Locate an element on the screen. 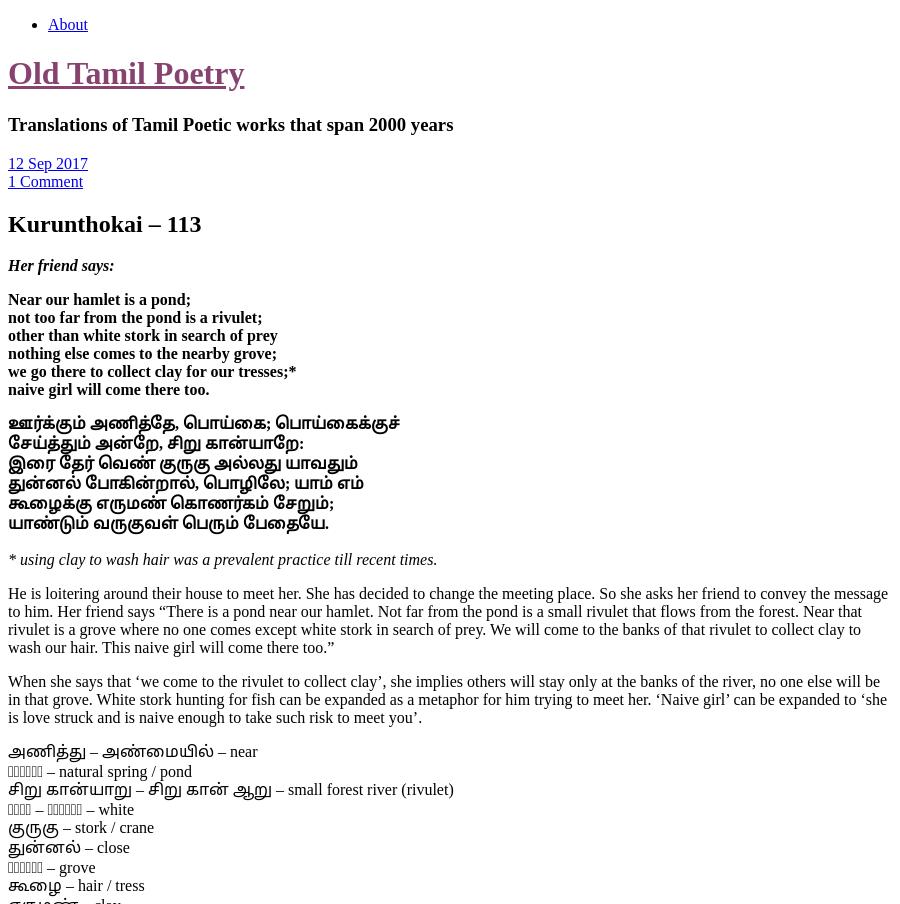  'Translations of Tamil Poetic works that span 2000 years' is located at coordinates (229, 122).